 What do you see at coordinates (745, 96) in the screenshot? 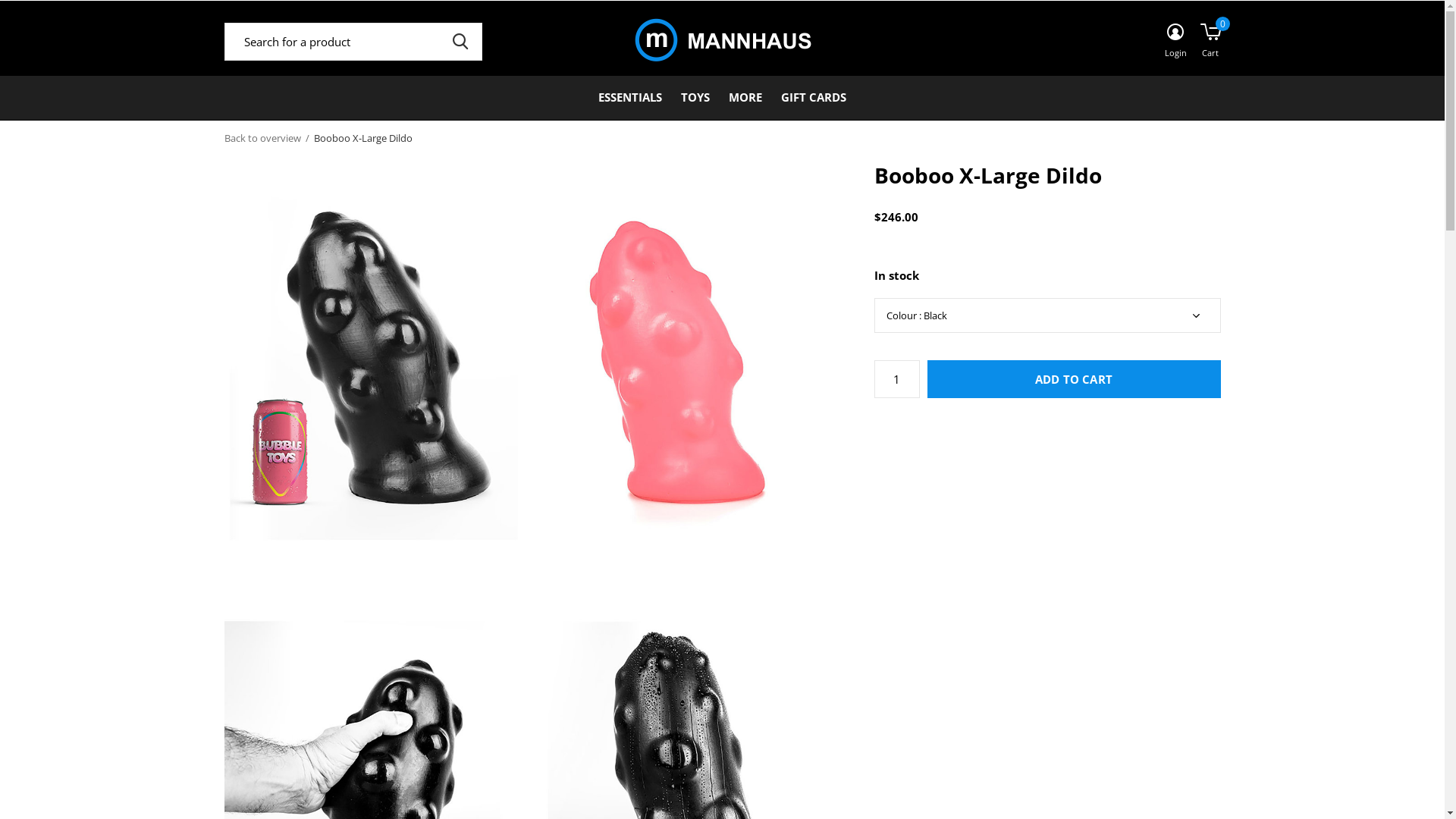
I see `'MORE'` at bounding box center [745, 96].